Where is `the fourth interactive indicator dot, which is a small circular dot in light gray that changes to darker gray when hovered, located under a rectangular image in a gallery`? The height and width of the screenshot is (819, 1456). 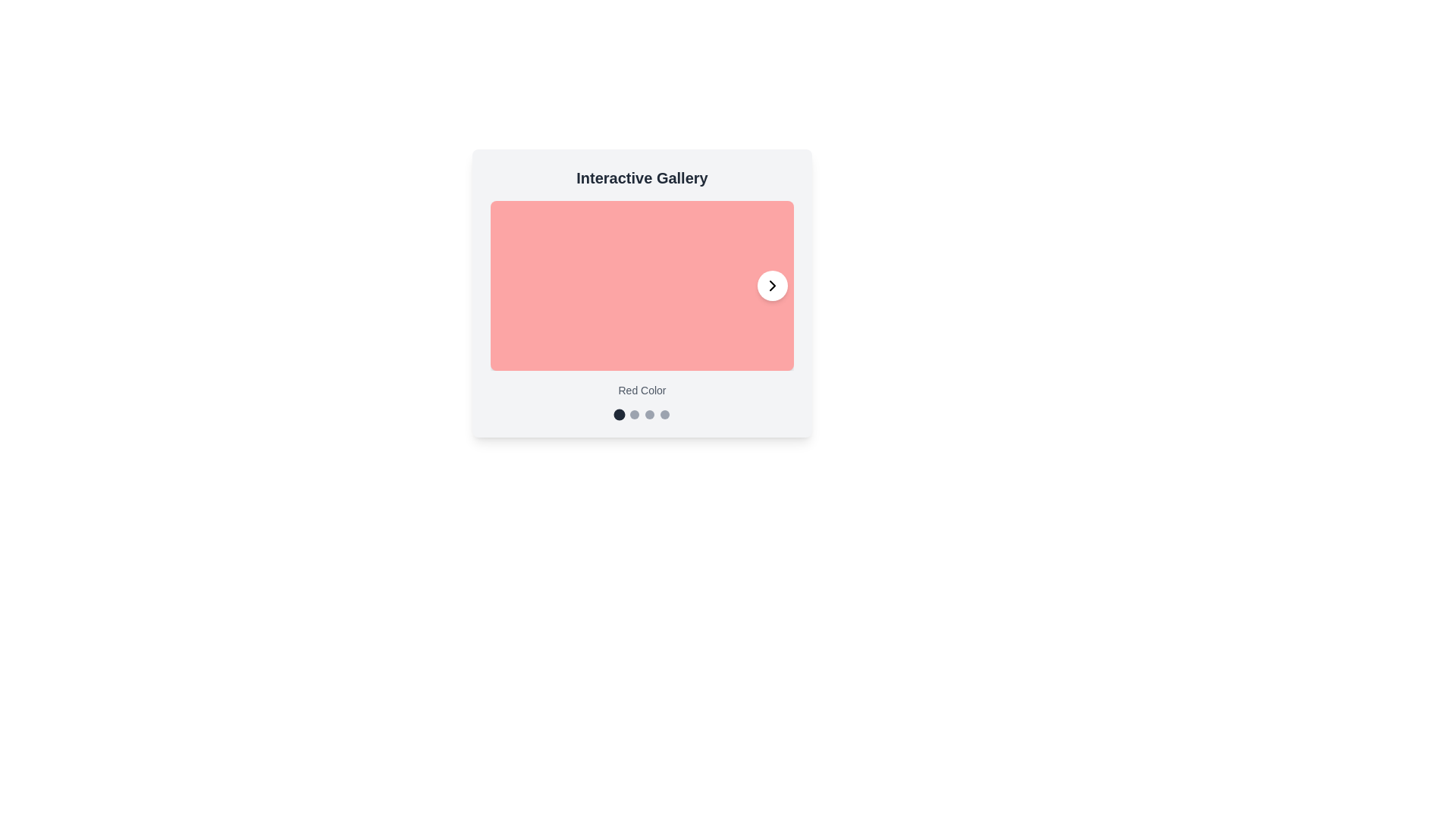
the fourth interactive indicator dot, which is a small circular dot in light gray that changes to darker gray when hovered, located under a rectangular image in a gallery is located at coordinates (665, 415).